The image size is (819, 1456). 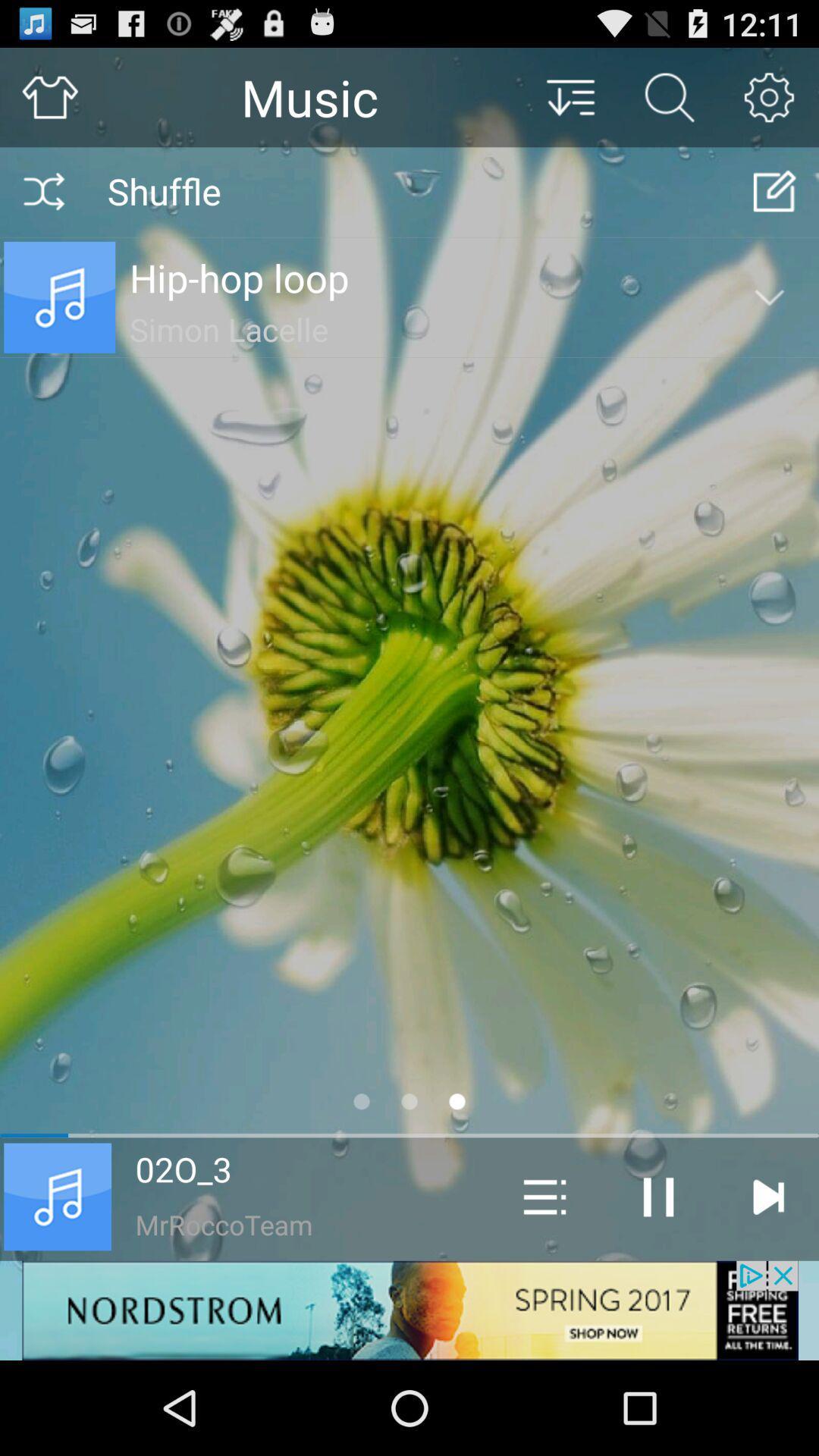 I want to click on the search icon, so click(x=669, y=103).